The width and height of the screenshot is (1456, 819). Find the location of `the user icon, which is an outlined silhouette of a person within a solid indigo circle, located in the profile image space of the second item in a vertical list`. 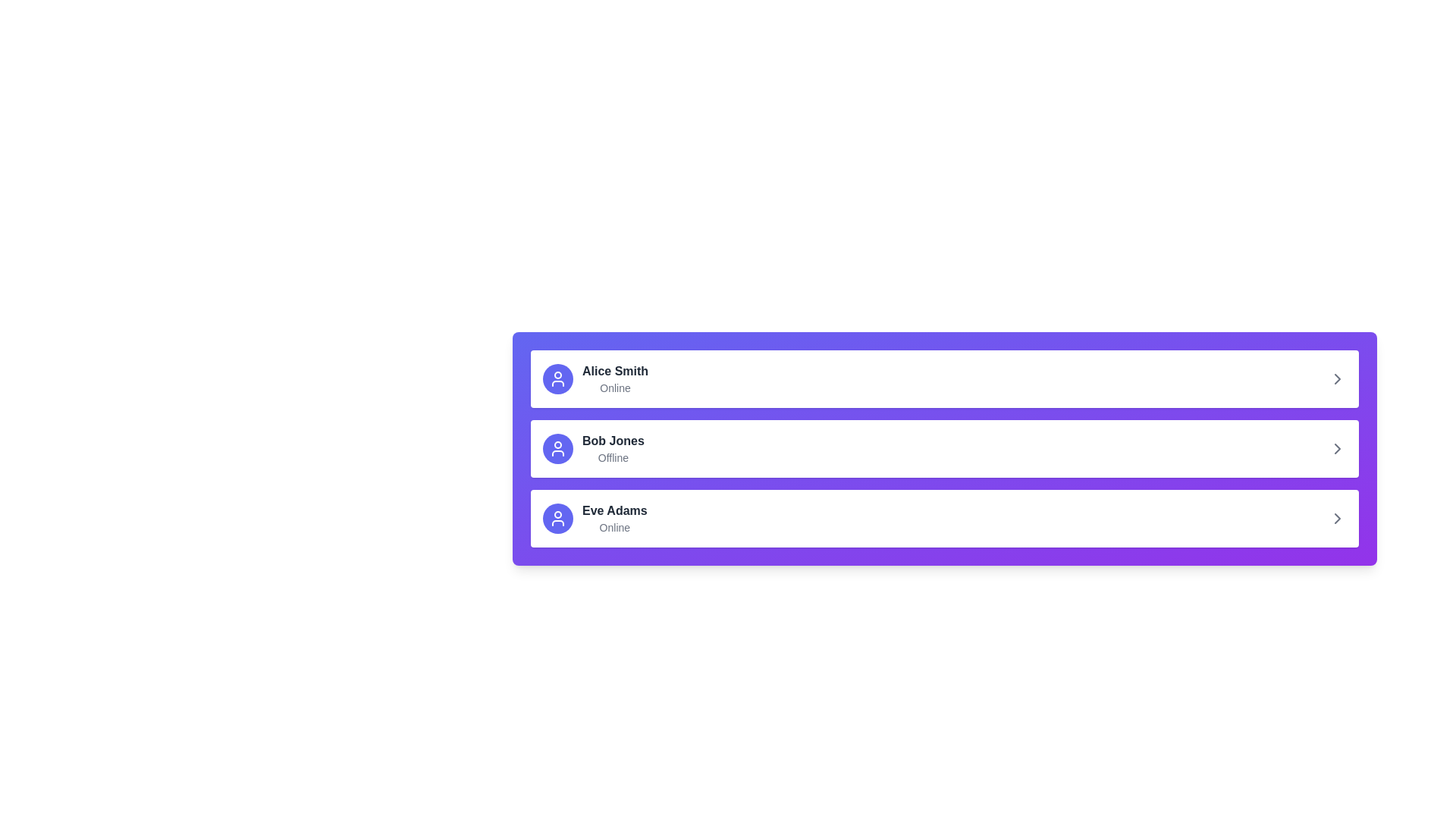

the user icon, which is an outlined silhouette of a person within a solid indigo circle, located in the profile image space of the second item in a vertical list is located at coordinates (557, 447).